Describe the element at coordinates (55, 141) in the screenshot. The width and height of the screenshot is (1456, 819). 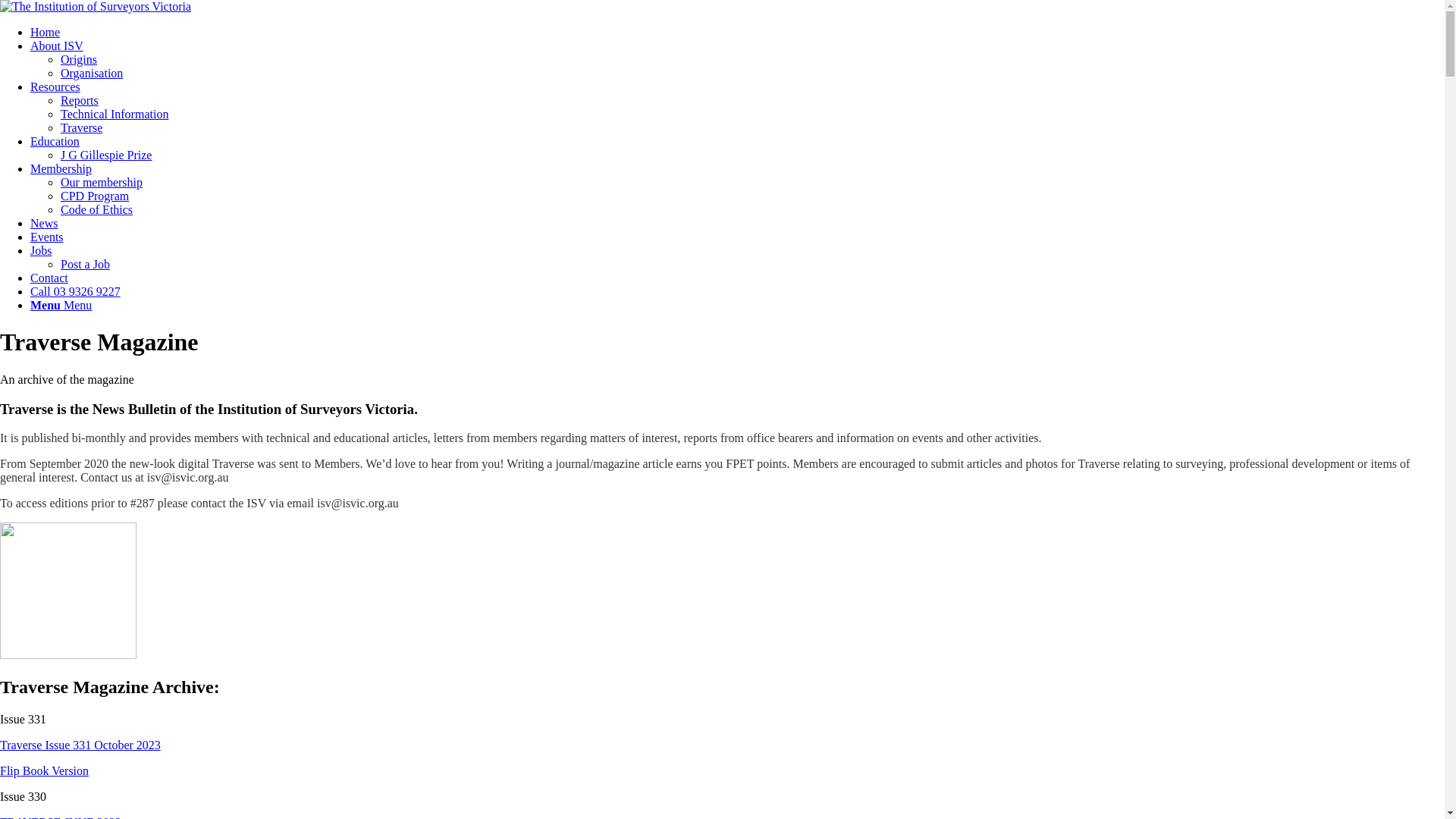
I see `'Education'` at that location.